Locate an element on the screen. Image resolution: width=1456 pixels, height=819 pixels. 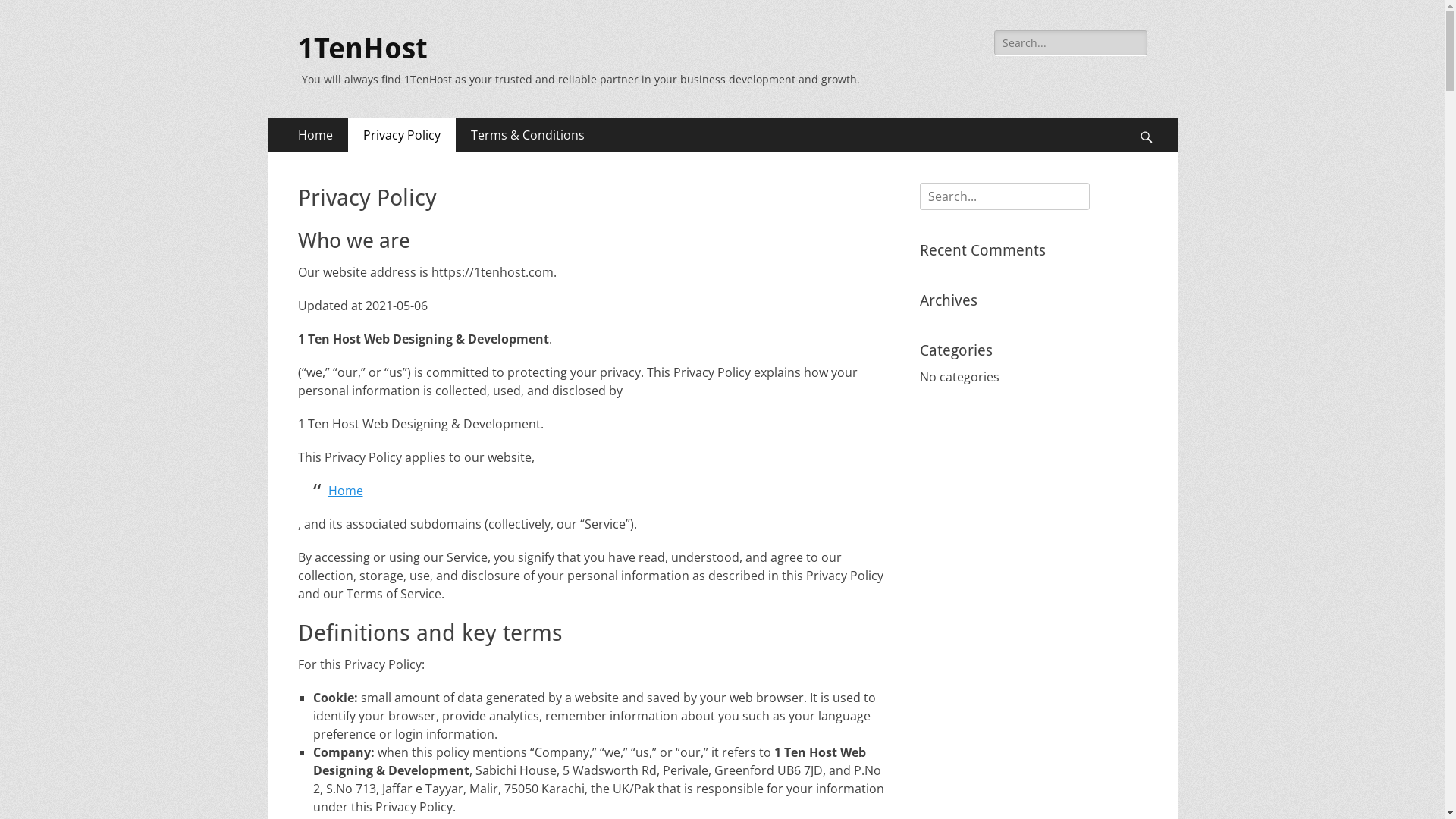
'Home' is located at coordinates (327, 491).